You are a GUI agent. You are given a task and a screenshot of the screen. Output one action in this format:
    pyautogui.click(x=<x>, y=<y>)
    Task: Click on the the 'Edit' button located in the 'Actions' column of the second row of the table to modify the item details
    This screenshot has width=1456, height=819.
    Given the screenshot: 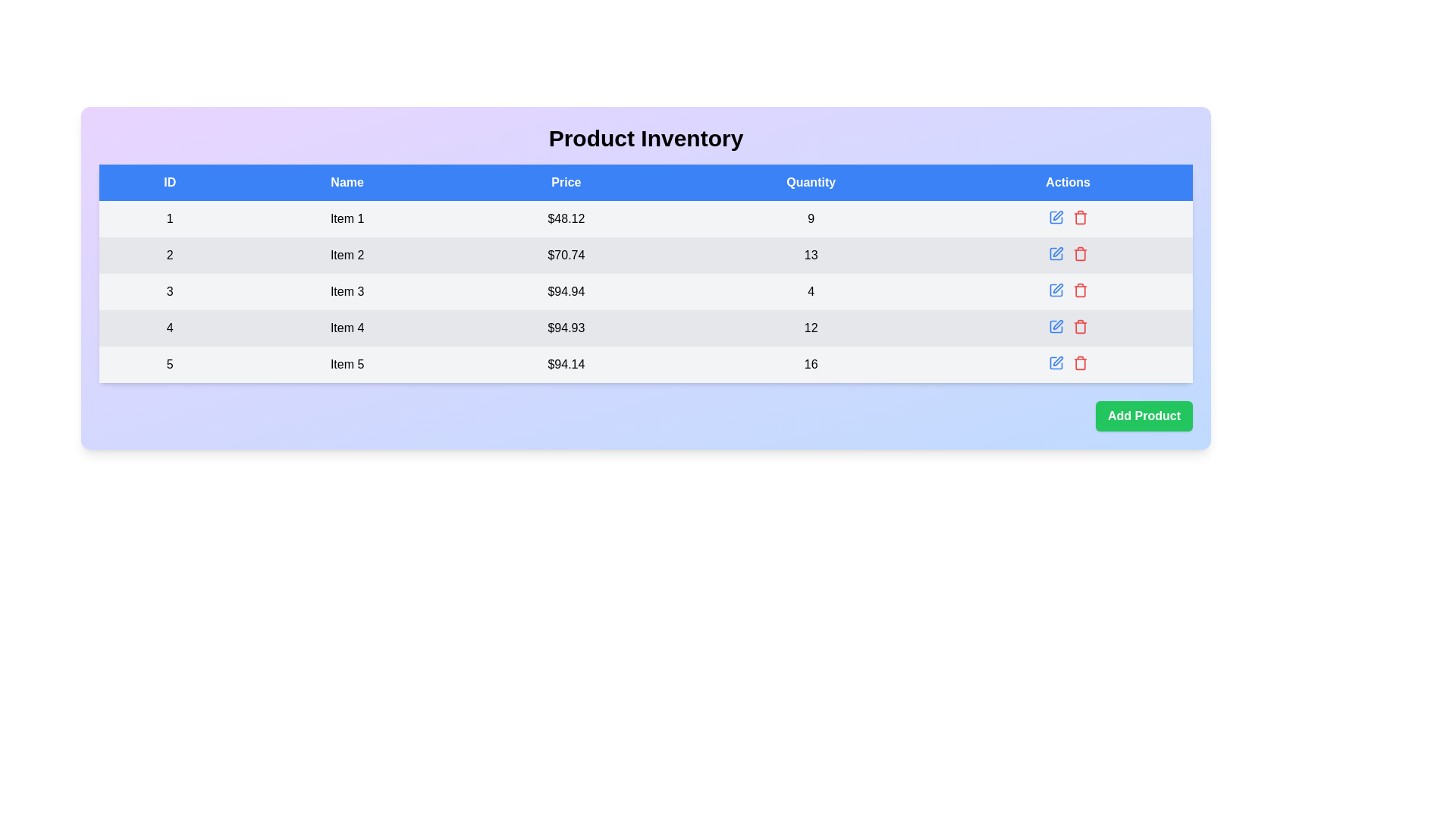 What is the action you would take?
    pyautogui.click(x=1055, y=253)
    